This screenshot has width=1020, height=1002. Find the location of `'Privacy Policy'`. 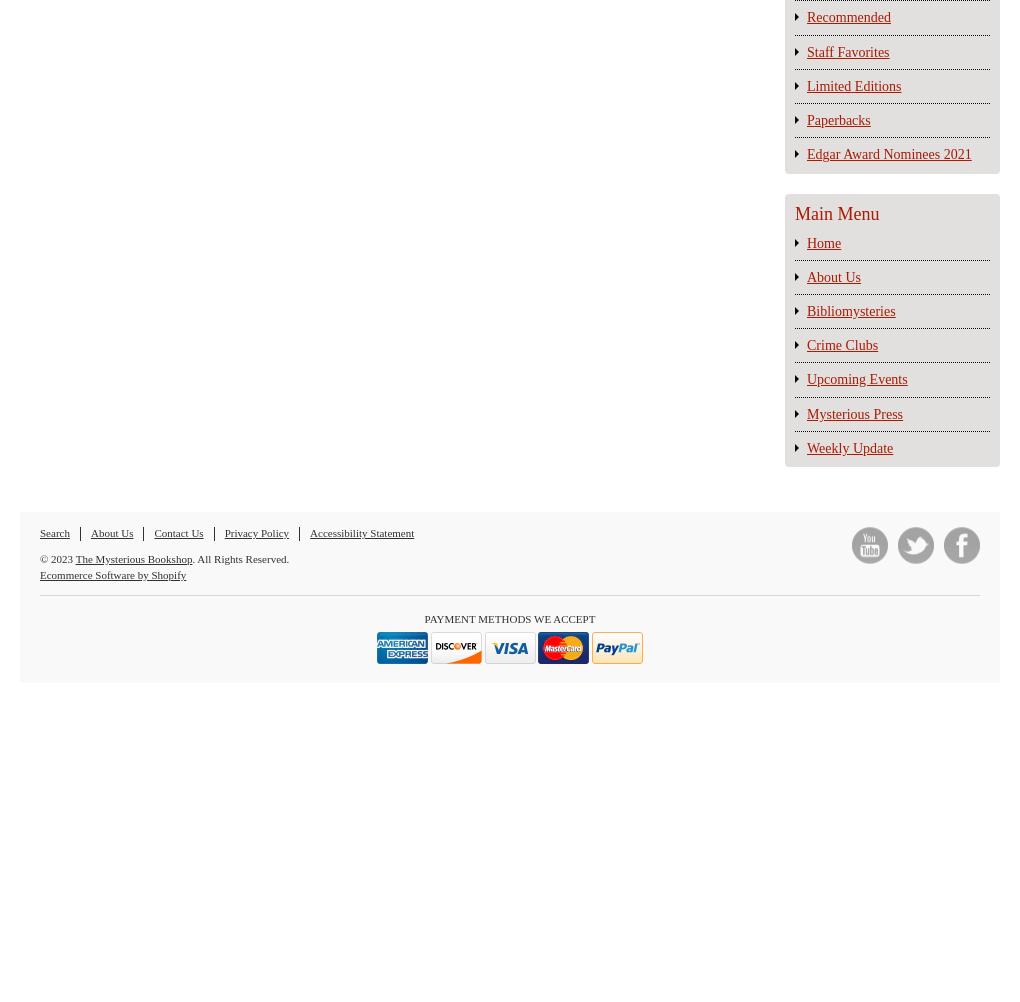

'Privacy Policy' is located at coordinates (255, 532).